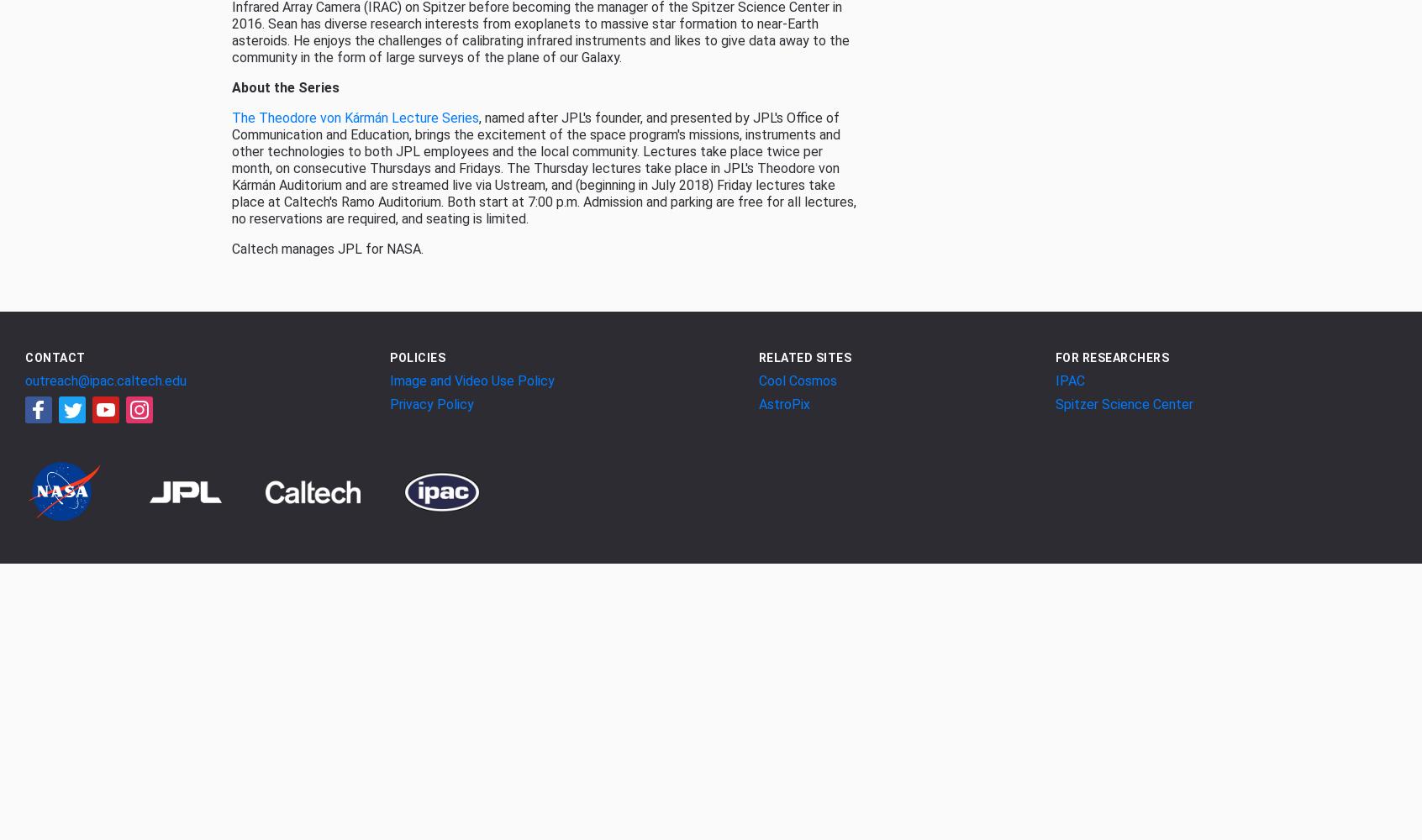 The height and width of the screenshot is (840, 1422). Describe the element at coordinates (1054, 402) in the screenshot. I see `'Spitzer Science Center'` at that location.